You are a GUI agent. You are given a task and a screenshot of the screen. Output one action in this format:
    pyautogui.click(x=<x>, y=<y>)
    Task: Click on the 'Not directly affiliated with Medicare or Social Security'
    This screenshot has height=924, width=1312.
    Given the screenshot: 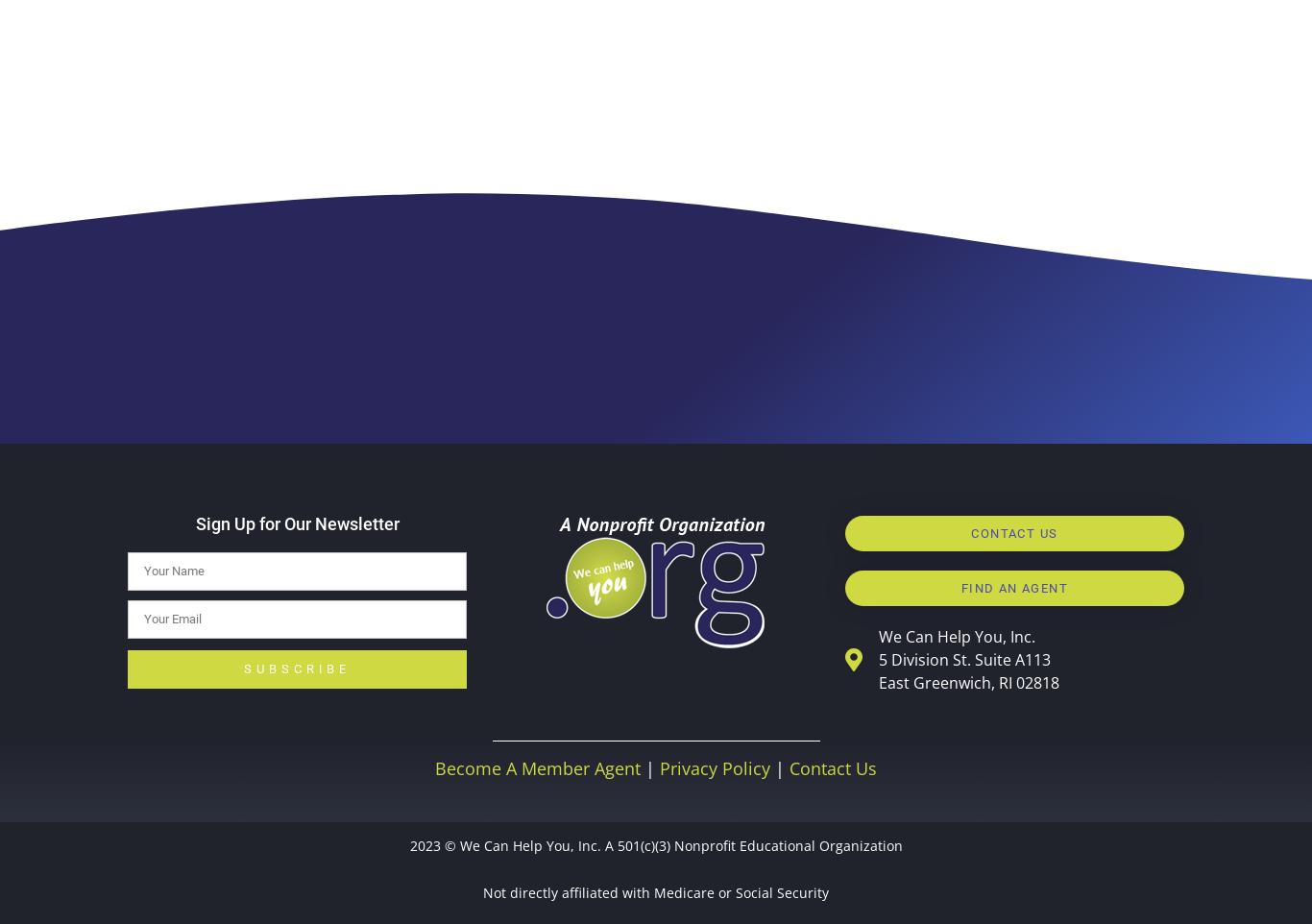 What is the action you would take?
    pyautogui.click(x=656, y=892)
    